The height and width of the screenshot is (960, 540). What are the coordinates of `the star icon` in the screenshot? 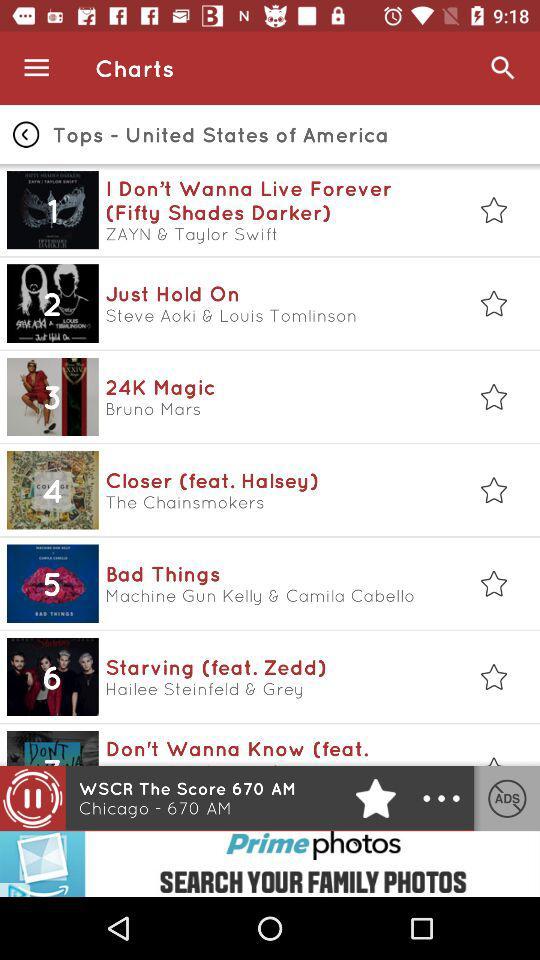 It's located at (375, 798).